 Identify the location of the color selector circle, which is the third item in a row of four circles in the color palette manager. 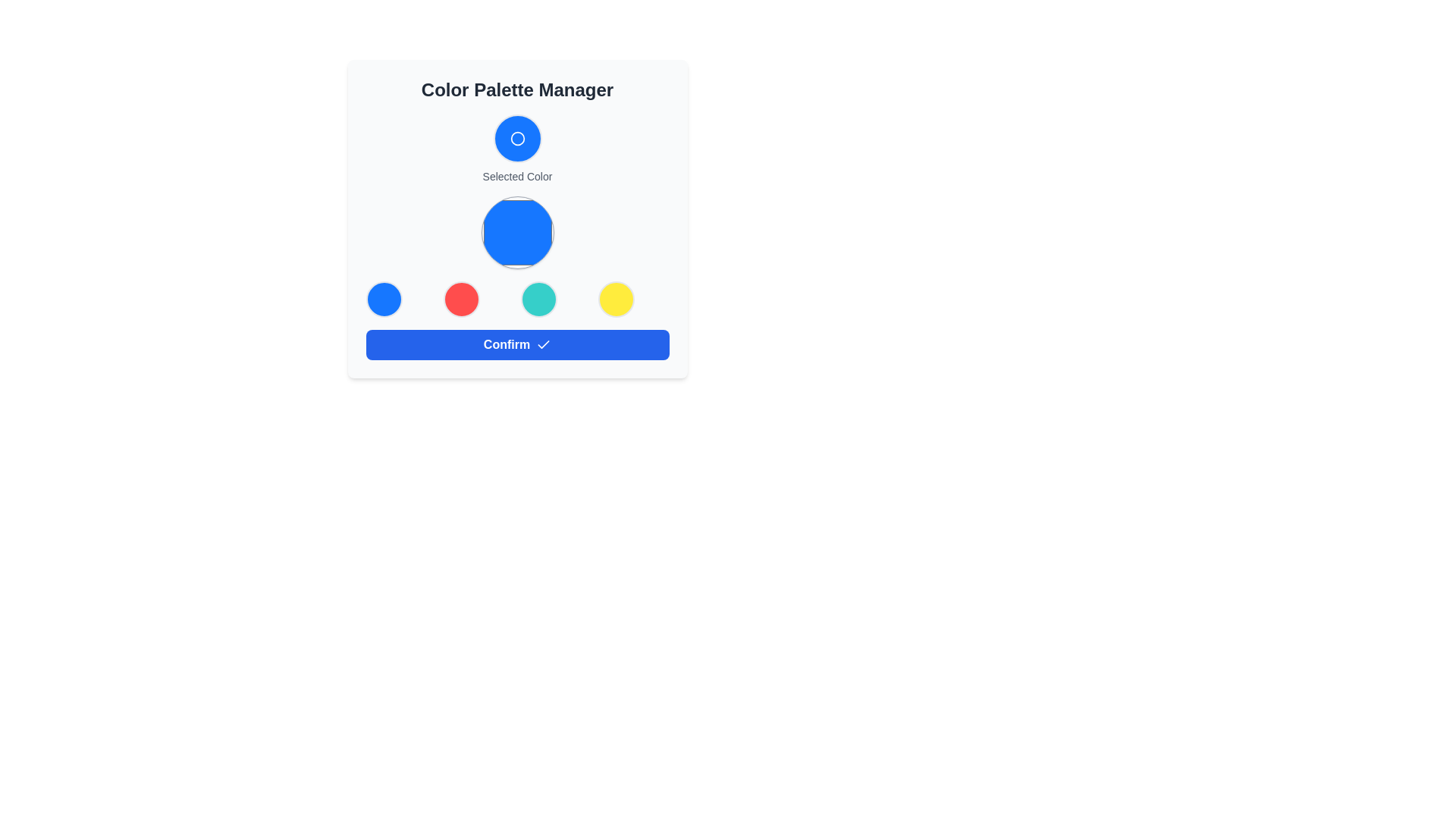
(538, 299).